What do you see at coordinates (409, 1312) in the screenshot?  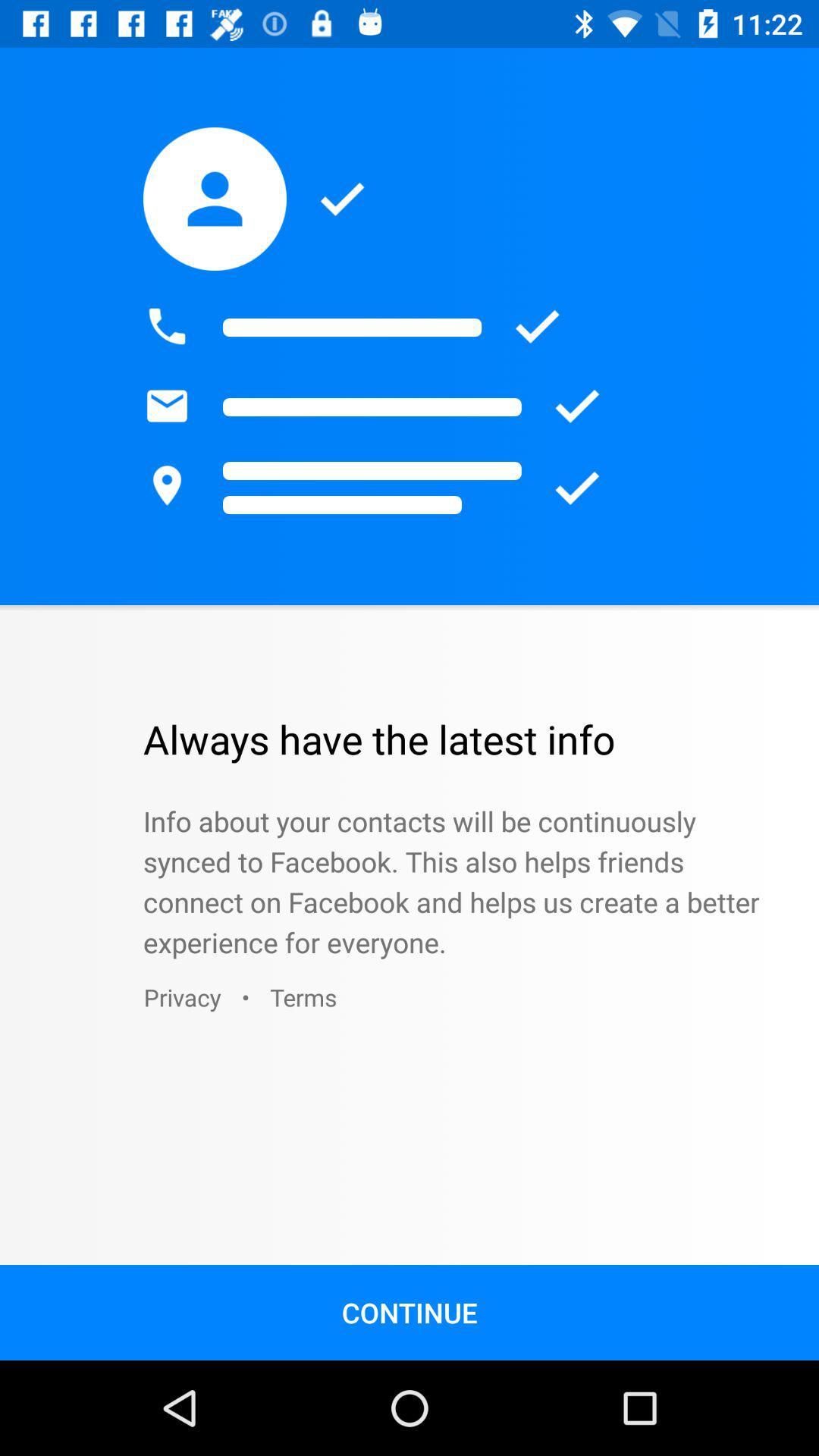 I see `the icon below privacy` at bounding box center [409, 1312].